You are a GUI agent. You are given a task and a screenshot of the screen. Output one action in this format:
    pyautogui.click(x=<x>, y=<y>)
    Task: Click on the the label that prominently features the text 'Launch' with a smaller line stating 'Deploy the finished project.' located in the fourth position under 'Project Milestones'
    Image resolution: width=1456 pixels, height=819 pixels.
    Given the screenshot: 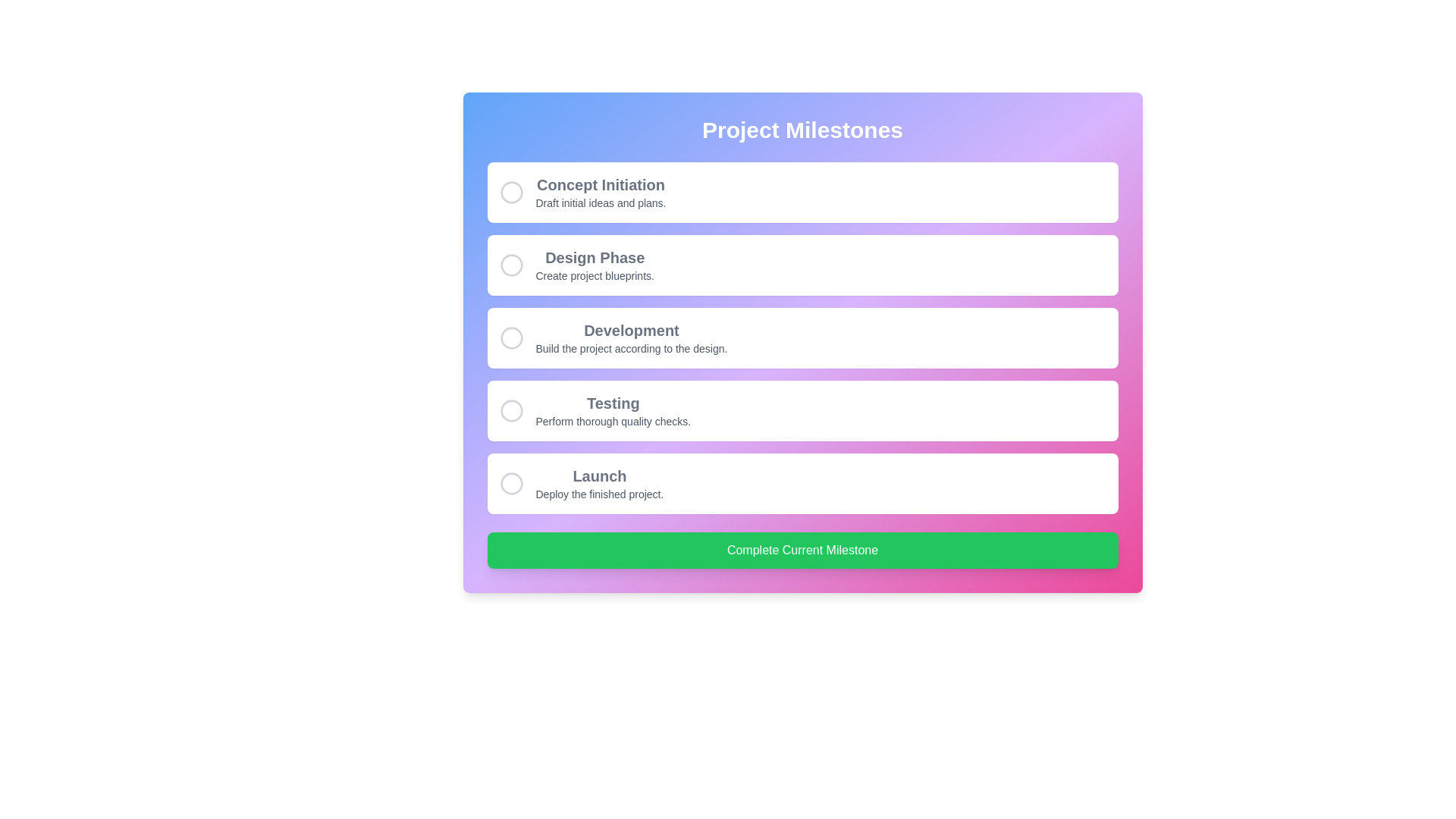 What is the action you would take?
    pyautogui.click(x=598, y=483)
    